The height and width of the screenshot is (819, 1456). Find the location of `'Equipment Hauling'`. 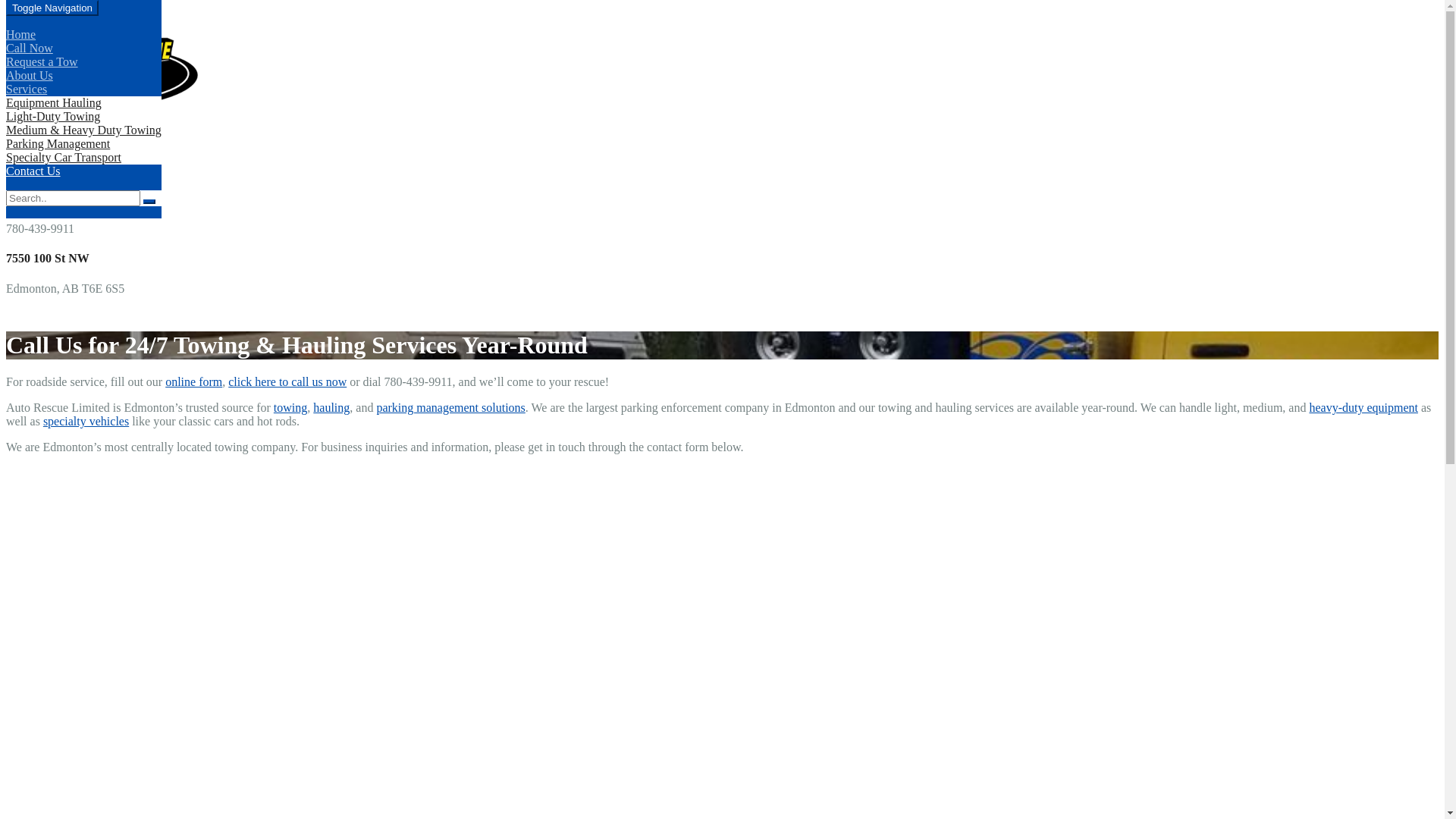

'Equipment Hauling' is located at coordinates (54, 102).